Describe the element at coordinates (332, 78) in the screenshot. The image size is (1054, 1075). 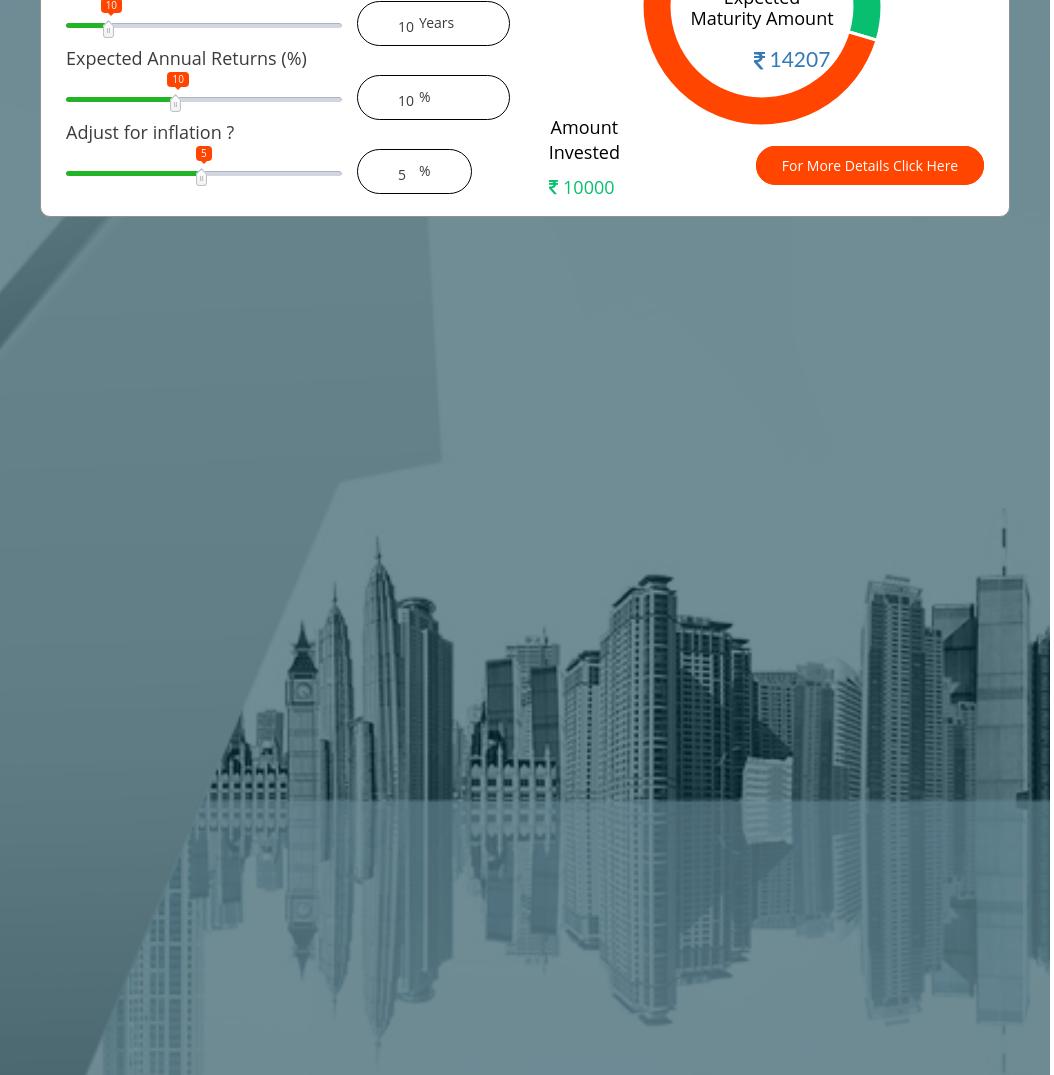
I see `'25'` at that location.